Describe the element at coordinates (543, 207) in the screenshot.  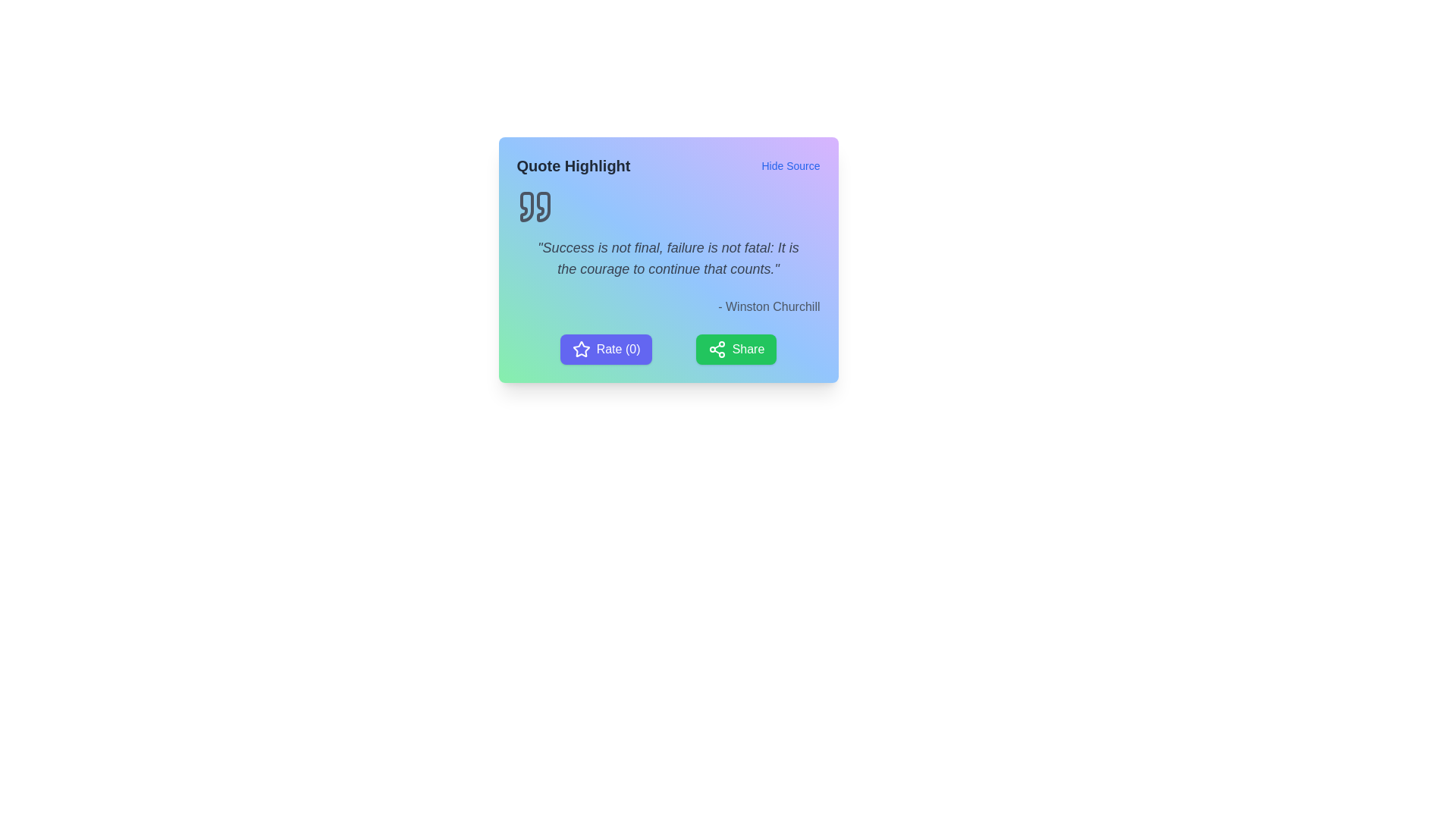
I see `the right-facing quotation mark icon, styled as a gray comma-like shape, located within the 'Quote Highlight' card component` at that location.